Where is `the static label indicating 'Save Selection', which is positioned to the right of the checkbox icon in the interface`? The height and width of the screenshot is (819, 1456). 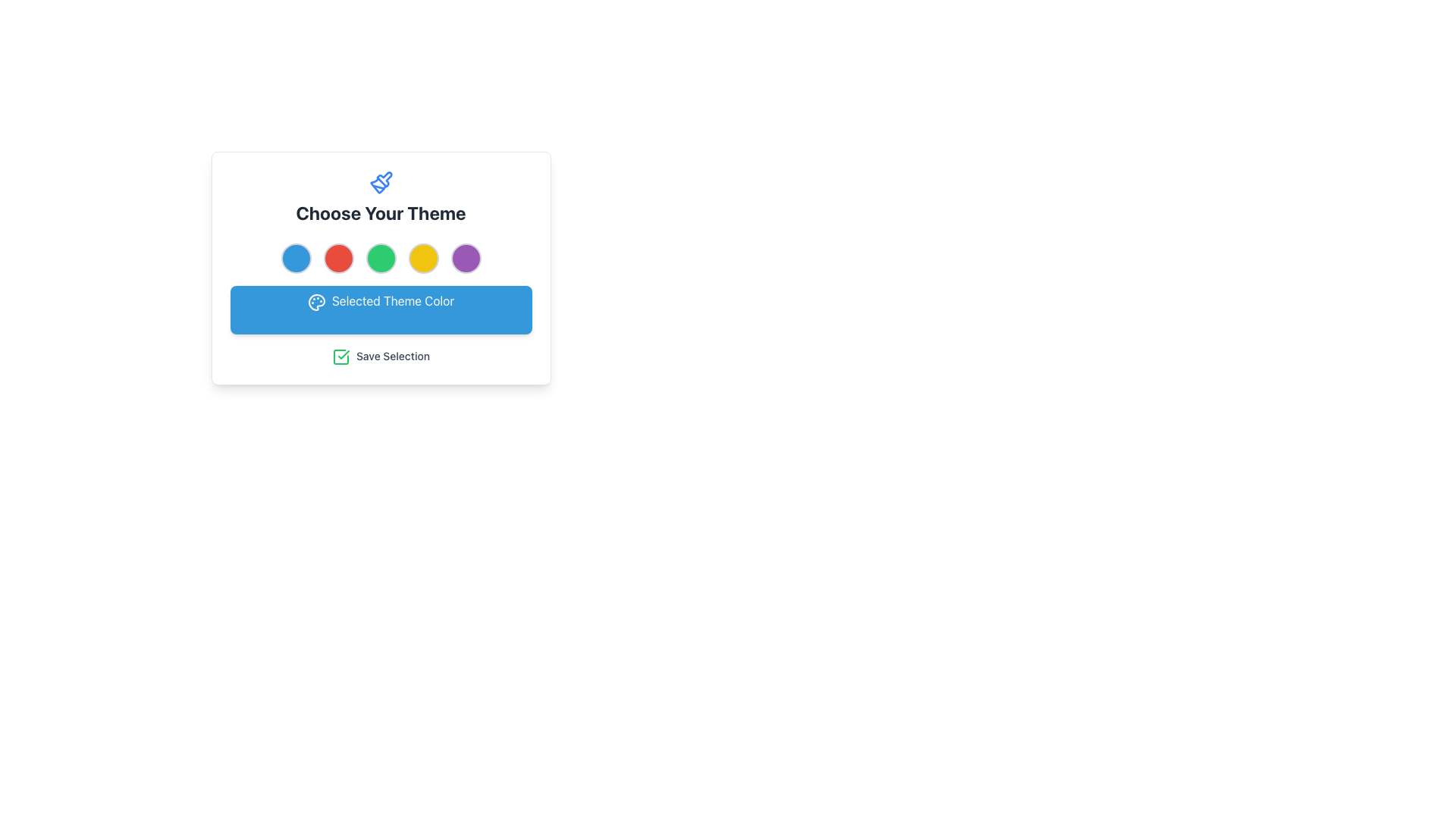
the static label indicating 'Save Selection', which is positioned to the right of the checkbox icon in the interface is located at coordinates (393, 356).